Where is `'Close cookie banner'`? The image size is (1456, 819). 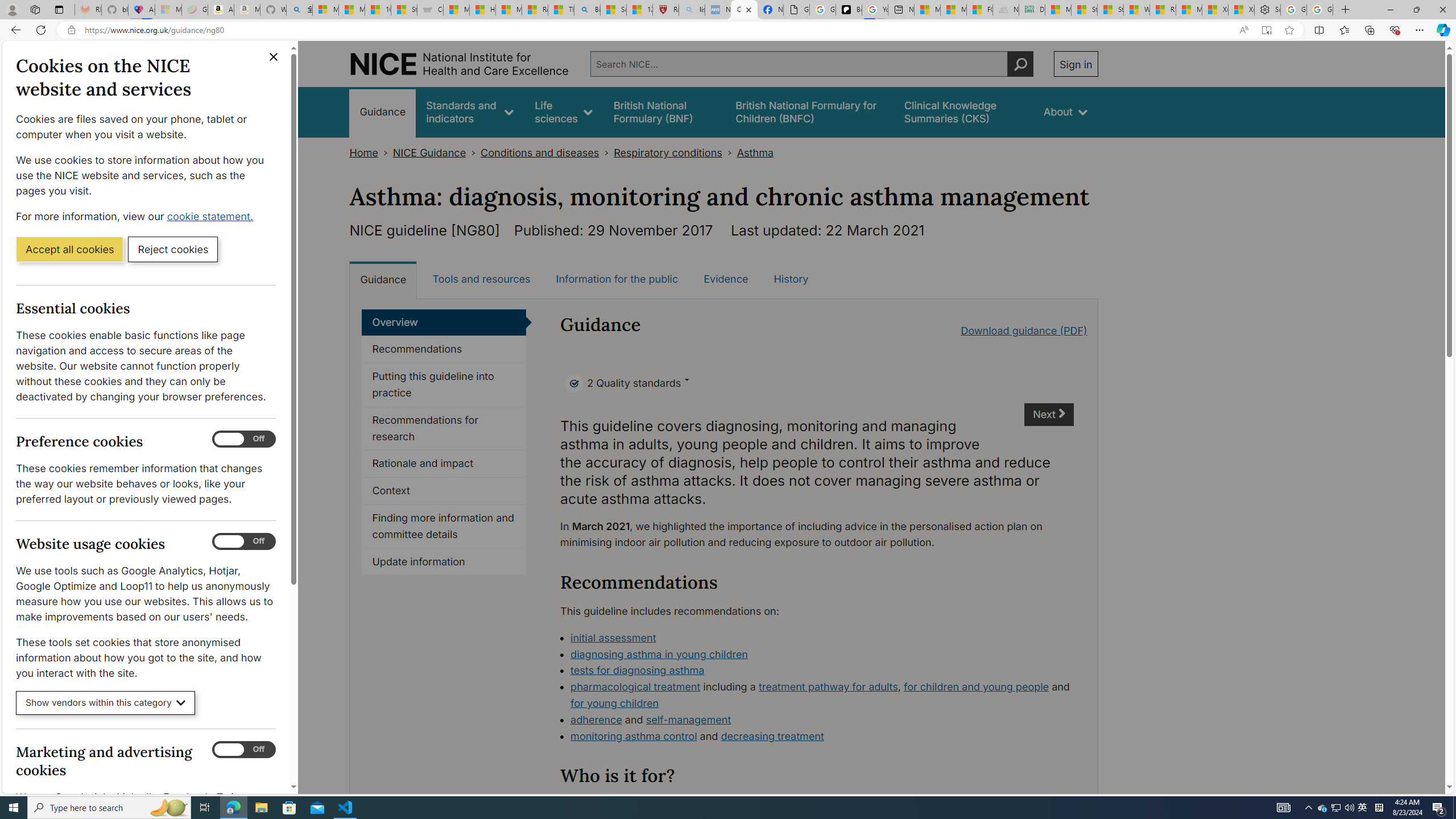 'Close cookie banner' is located at coordinates (274, 56).